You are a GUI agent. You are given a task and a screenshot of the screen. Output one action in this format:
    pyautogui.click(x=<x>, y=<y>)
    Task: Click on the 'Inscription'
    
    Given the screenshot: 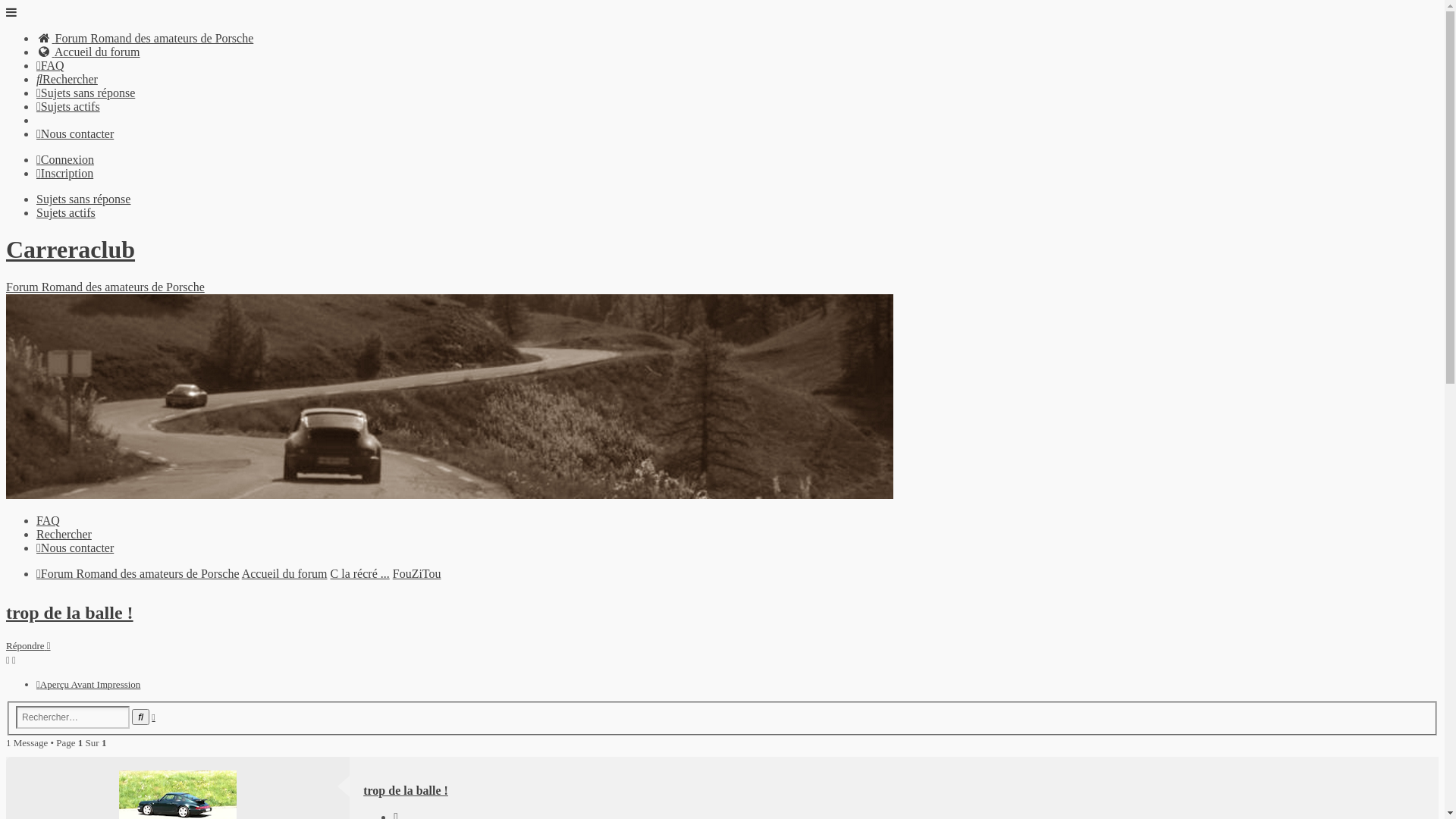 What is the action you would take?
    pyautogui.click(x=64, y=172)
    